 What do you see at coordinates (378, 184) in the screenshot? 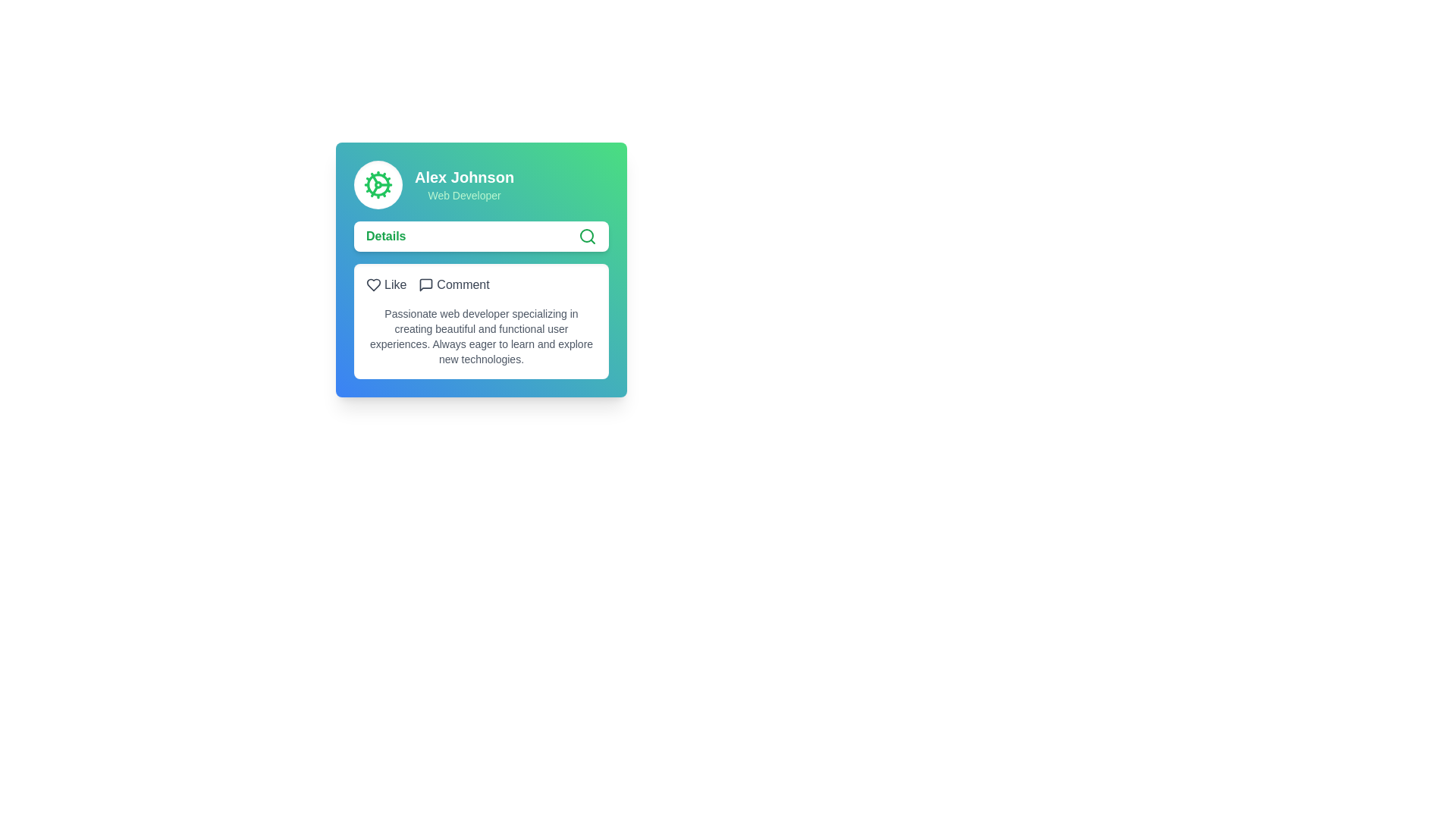
I see `the outer circular part of the cog icon located in the top-left corner of the profile card` at bounding box center [378, 184].